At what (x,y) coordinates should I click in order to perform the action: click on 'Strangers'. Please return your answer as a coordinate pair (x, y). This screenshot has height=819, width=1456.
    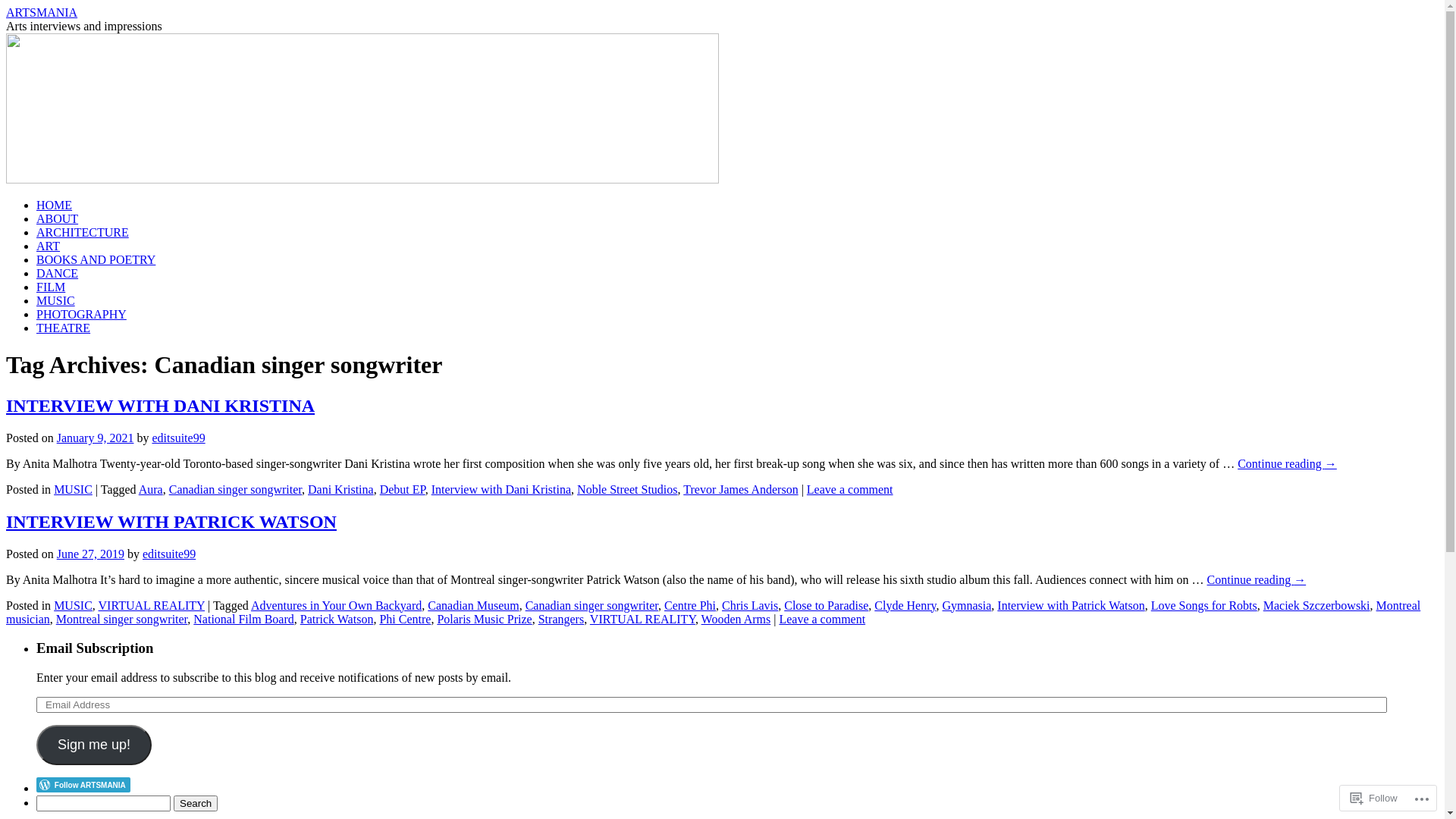
    Looking at the image, I should click on (538, 619).